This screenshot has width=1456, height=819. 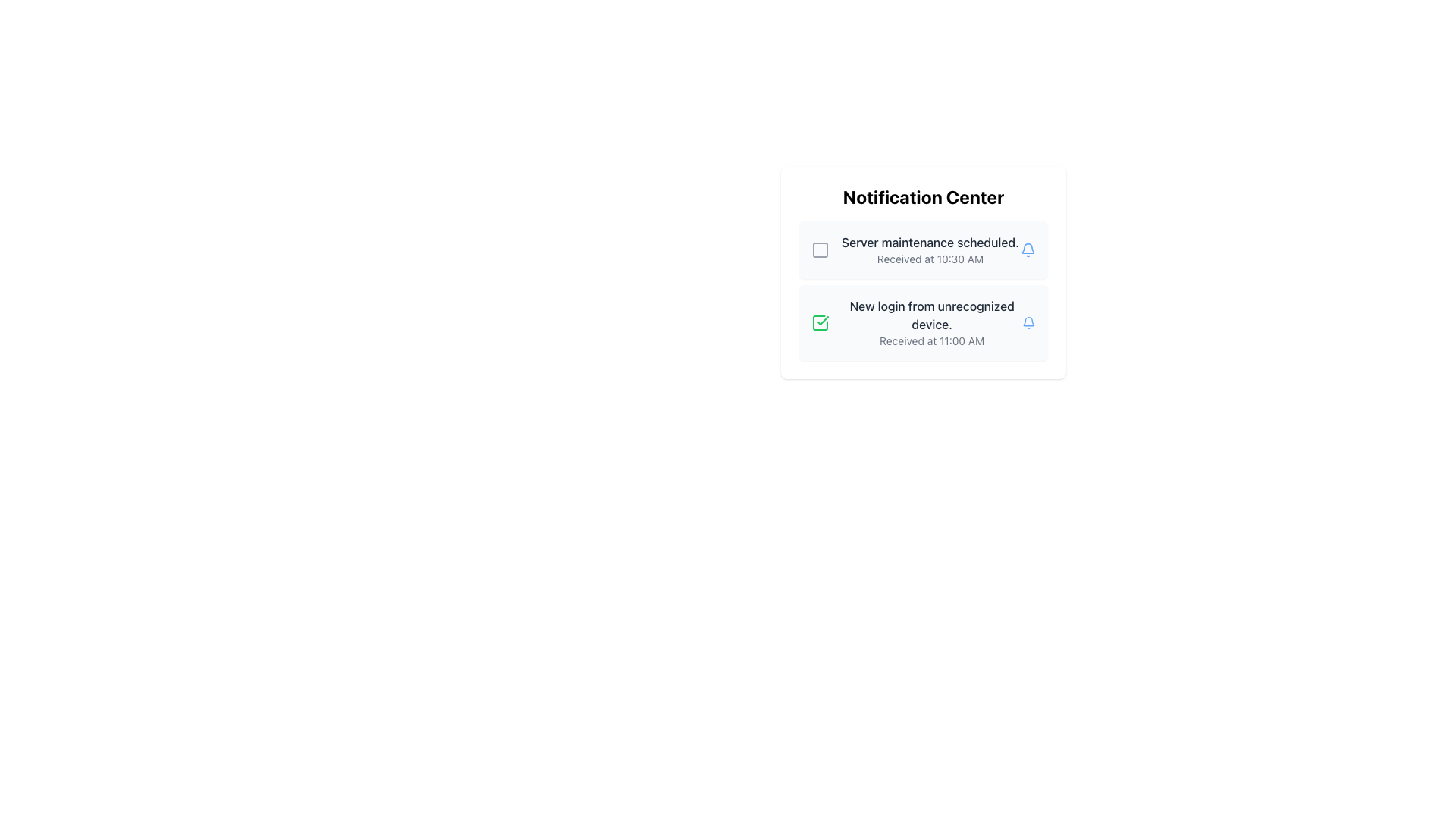 What do you see at coordinates (819, 322) in the screenshot?
I see `the green-bordered checkbox containing a centered checkmark` at bounding box center [819, 322].